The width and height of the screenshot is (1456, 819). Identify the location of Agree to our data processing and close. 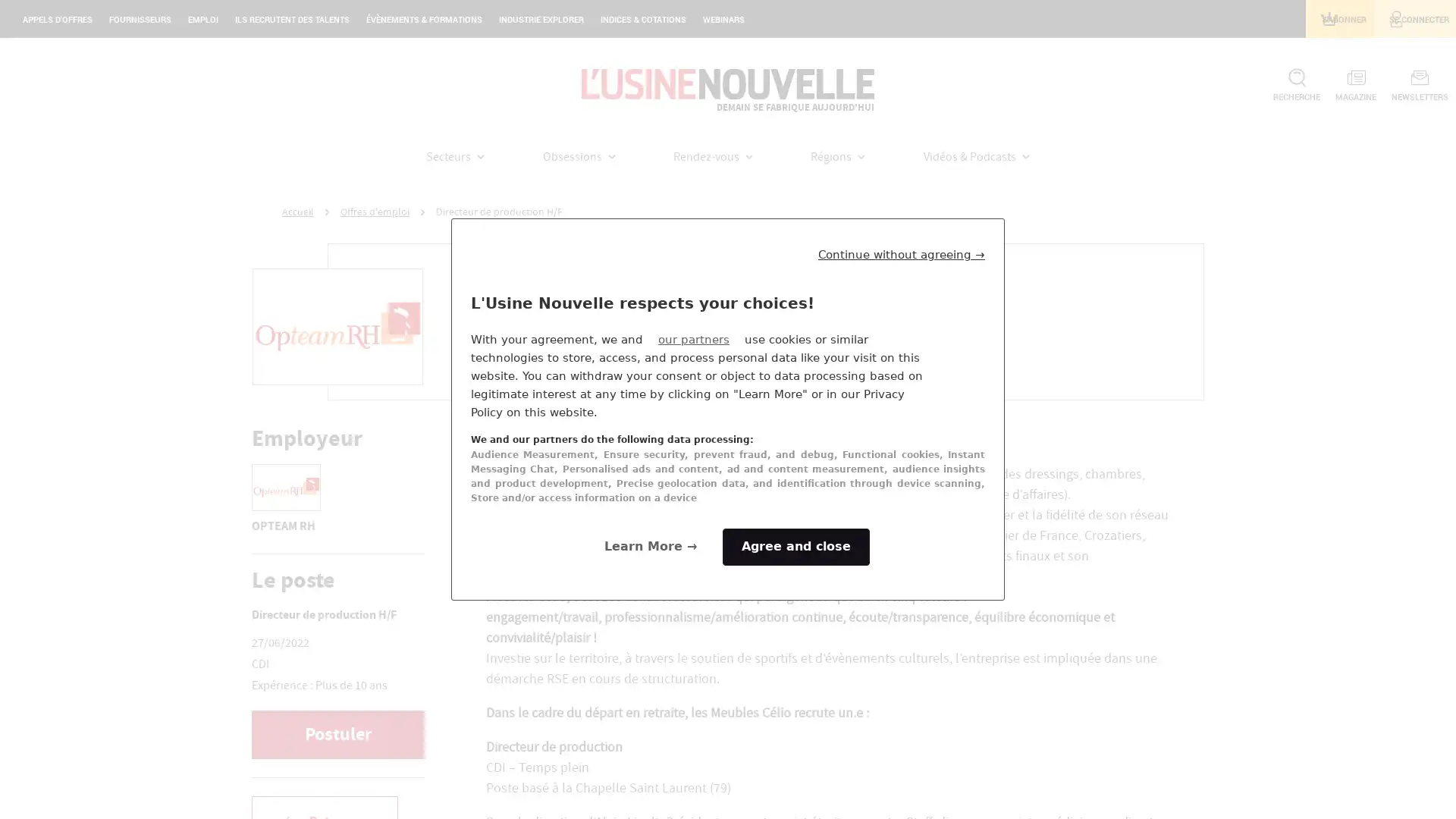
(795, 547).